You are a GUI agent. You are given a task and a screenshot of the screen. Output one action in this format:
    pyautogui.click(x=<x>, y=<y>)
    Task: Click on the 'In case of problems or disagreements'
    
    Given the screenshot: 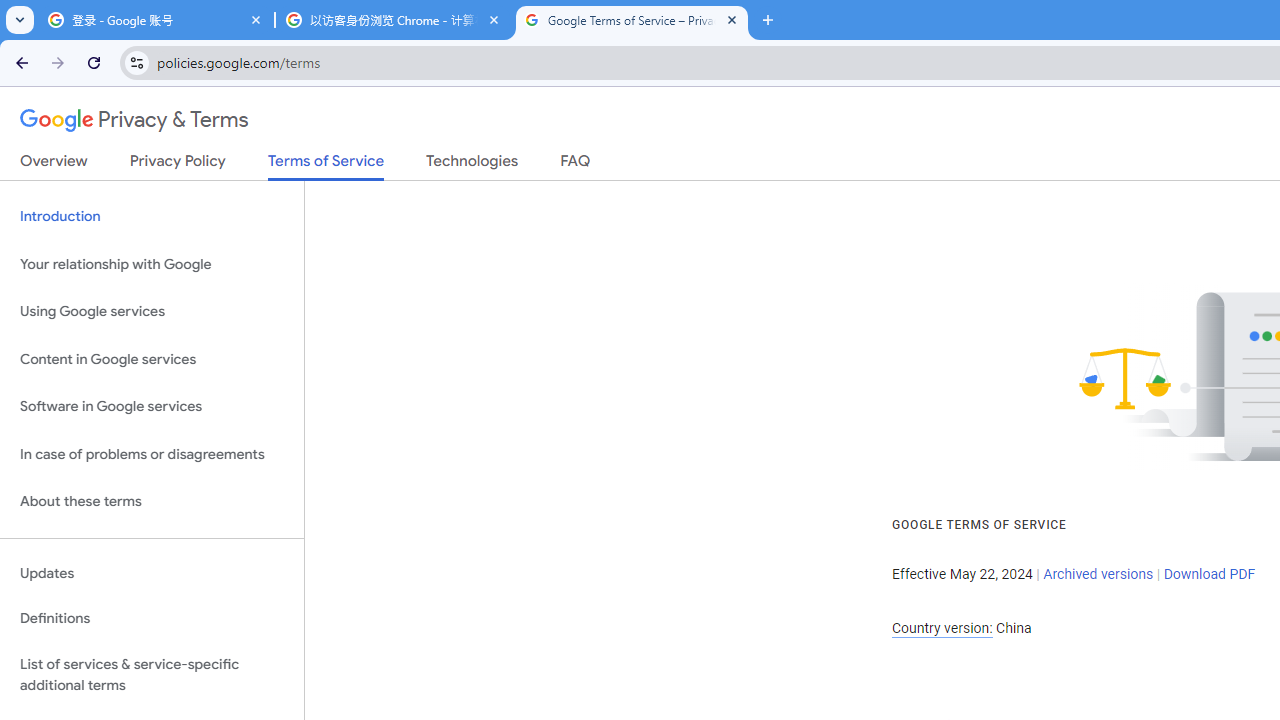 What is the action you would take?
    pyautogui.click(x=151, y=454)
    